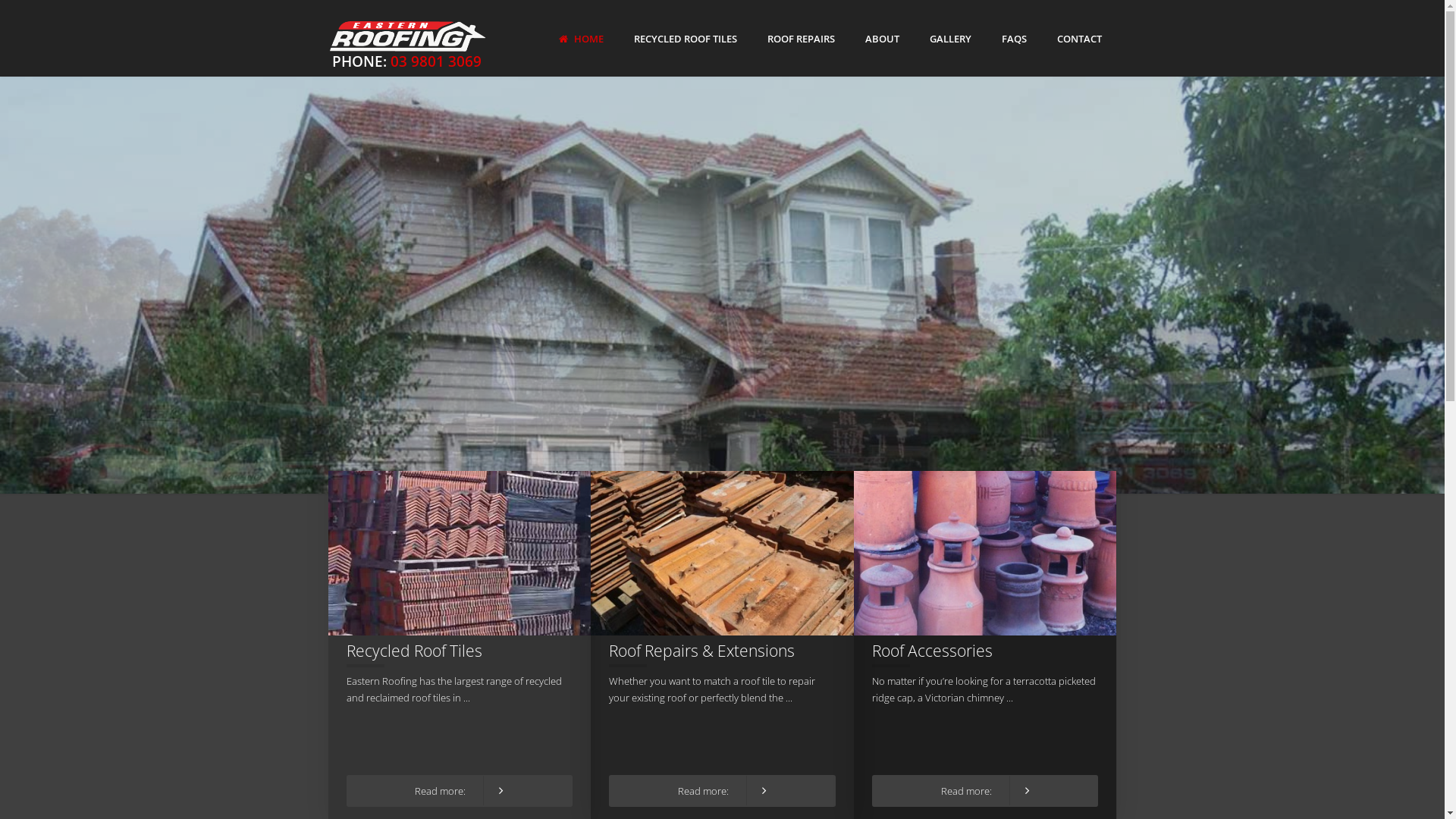  Describe the element at coordinates (389, 60) in the screenshot. I see `'03 9801 3069'` at that location.